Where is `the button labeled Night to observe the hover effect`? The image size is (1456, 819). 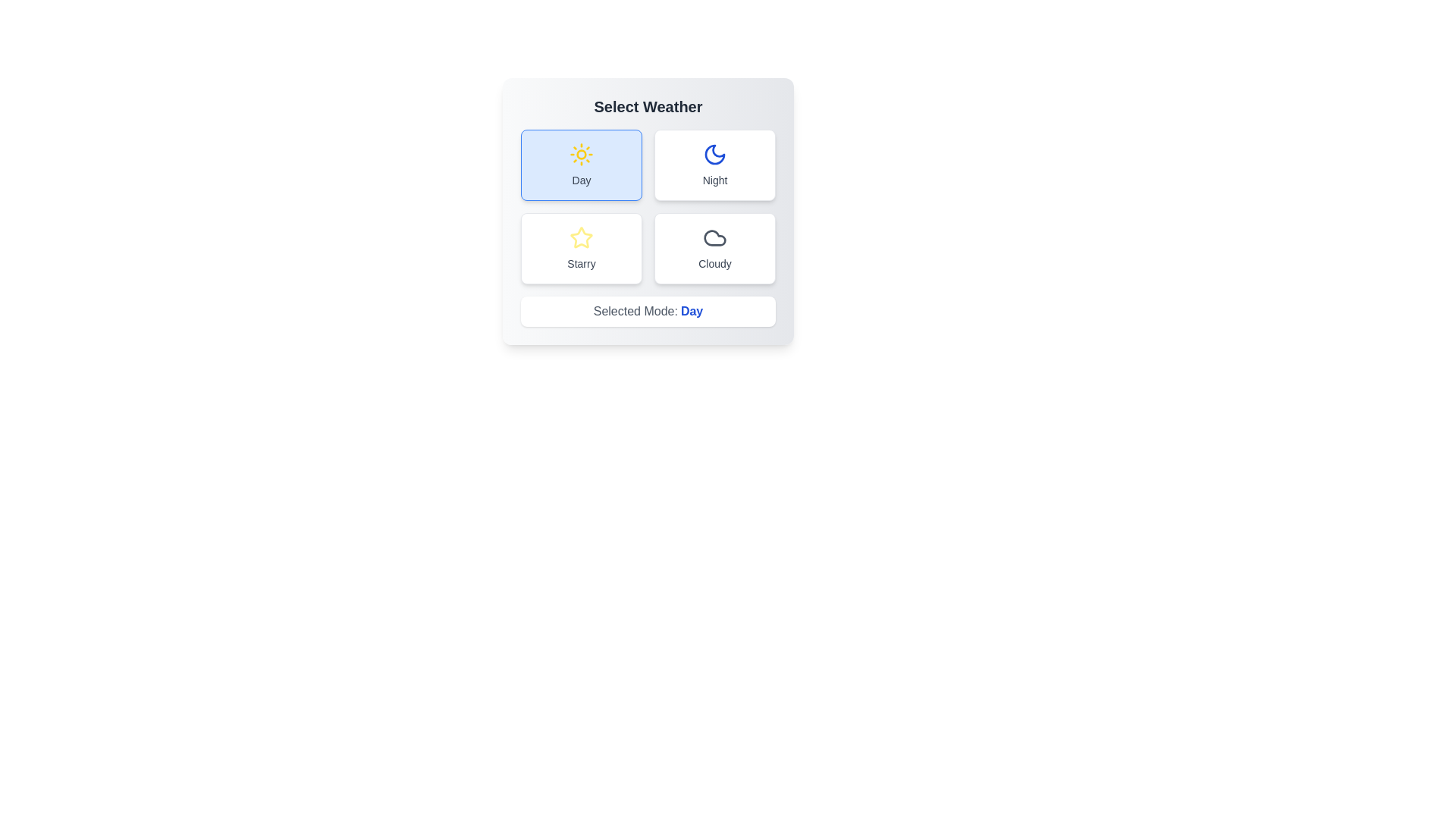
the button labeled Night to observe the hover effect is located at coordinates (714, 165).